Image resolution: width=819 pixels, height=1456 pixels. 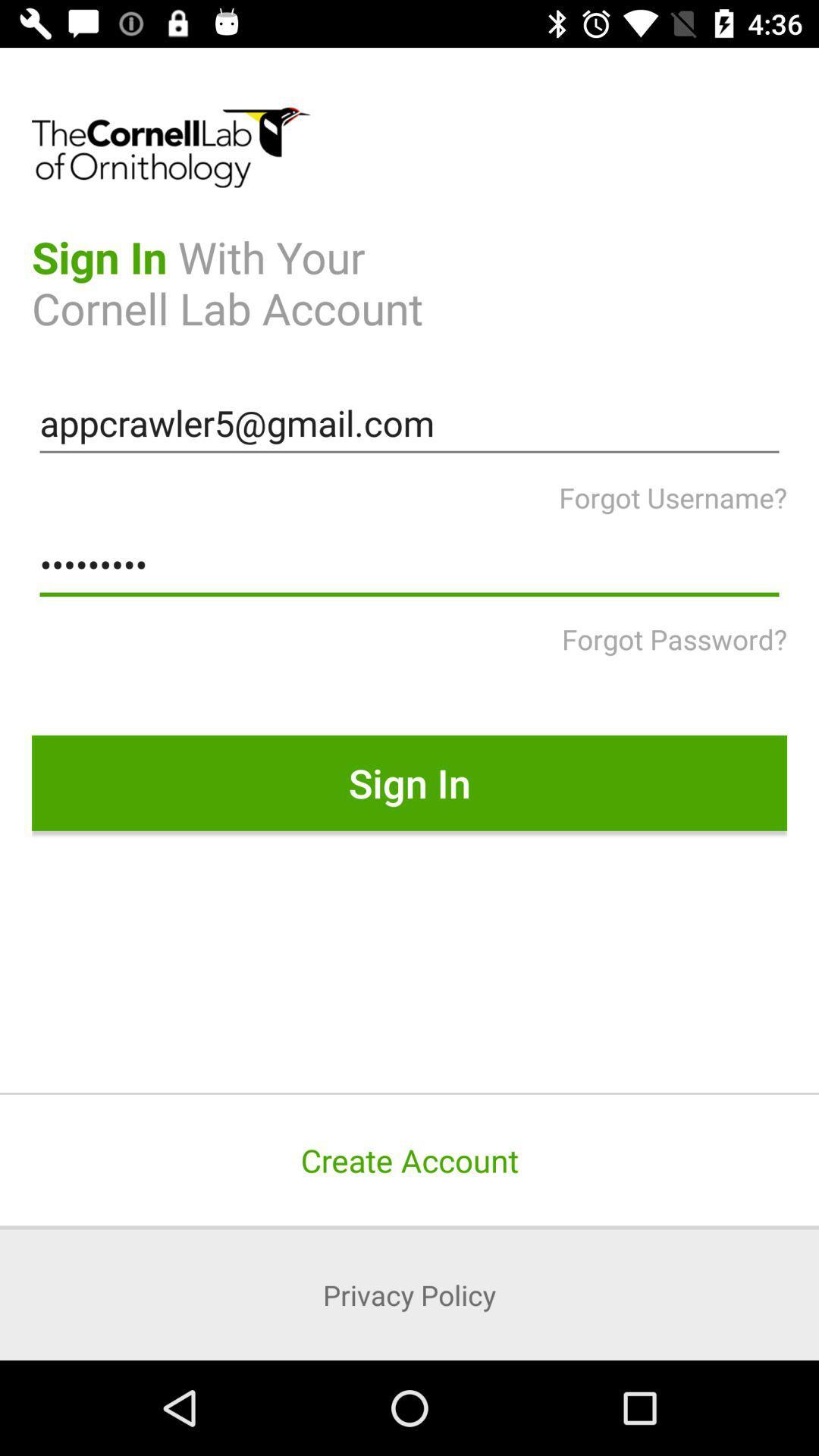 What do you see at coordinates (409, 1294) in the screenshot?
I see `the privacy policy icon` at bounding box center [409, 1294].